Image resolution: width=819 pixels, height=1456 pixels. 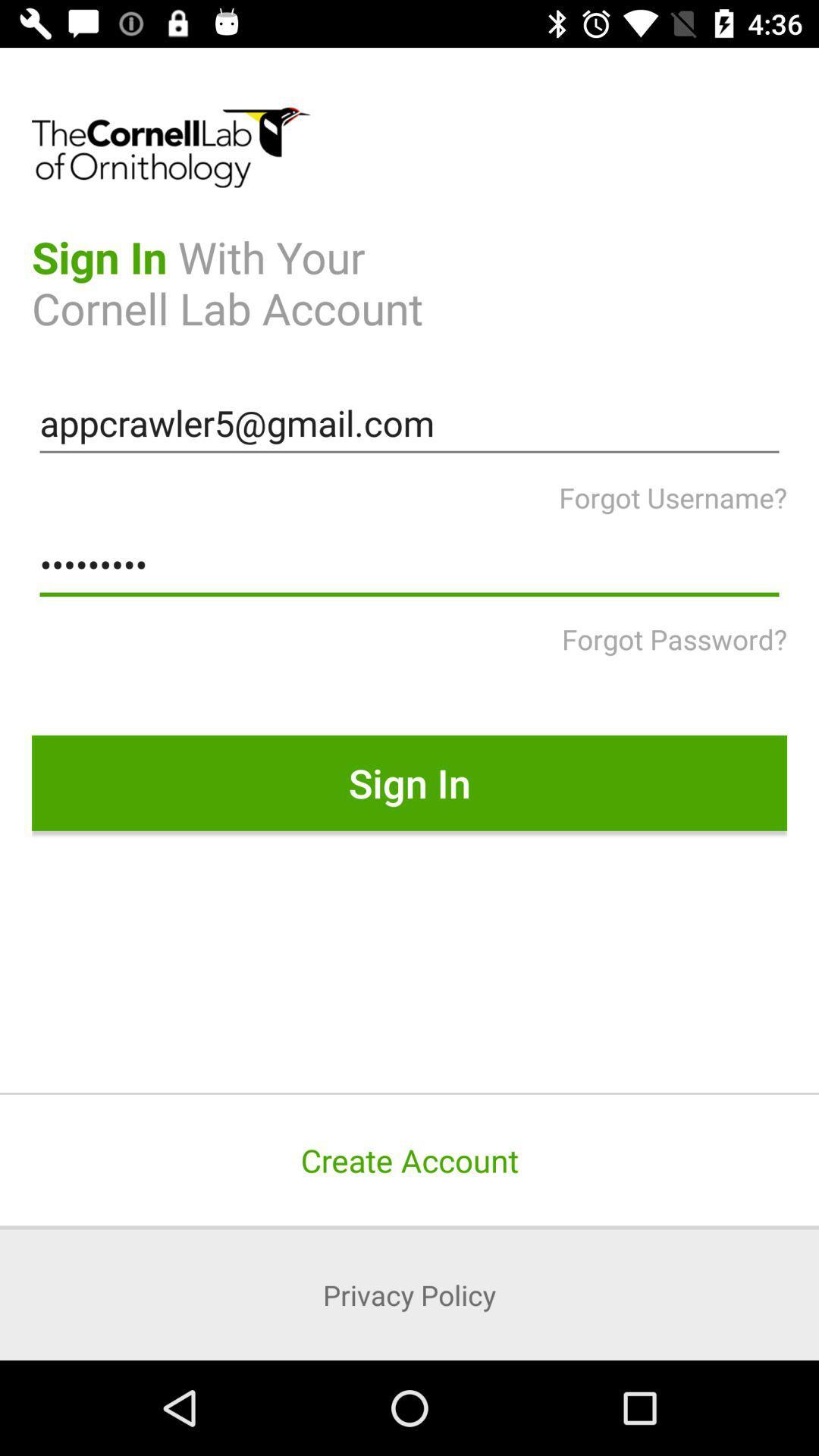 What do you see at coordinates (409, 1294) in the screenshot?
I see `the privacy policy icon` at bounding box center [409, 1294].